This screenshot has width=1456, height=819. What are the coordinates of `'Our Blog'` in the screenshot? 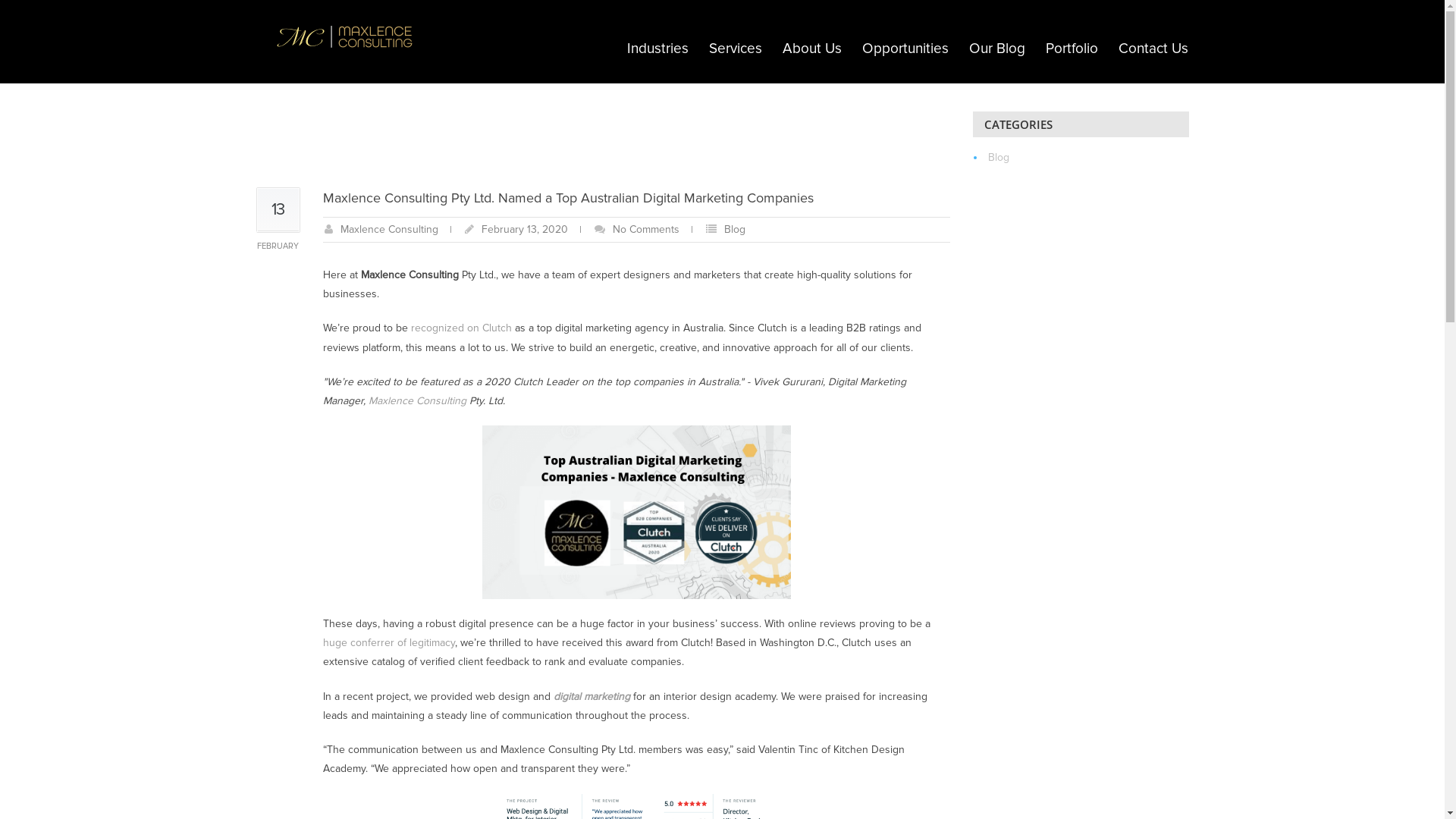 It's located at (996, 48).